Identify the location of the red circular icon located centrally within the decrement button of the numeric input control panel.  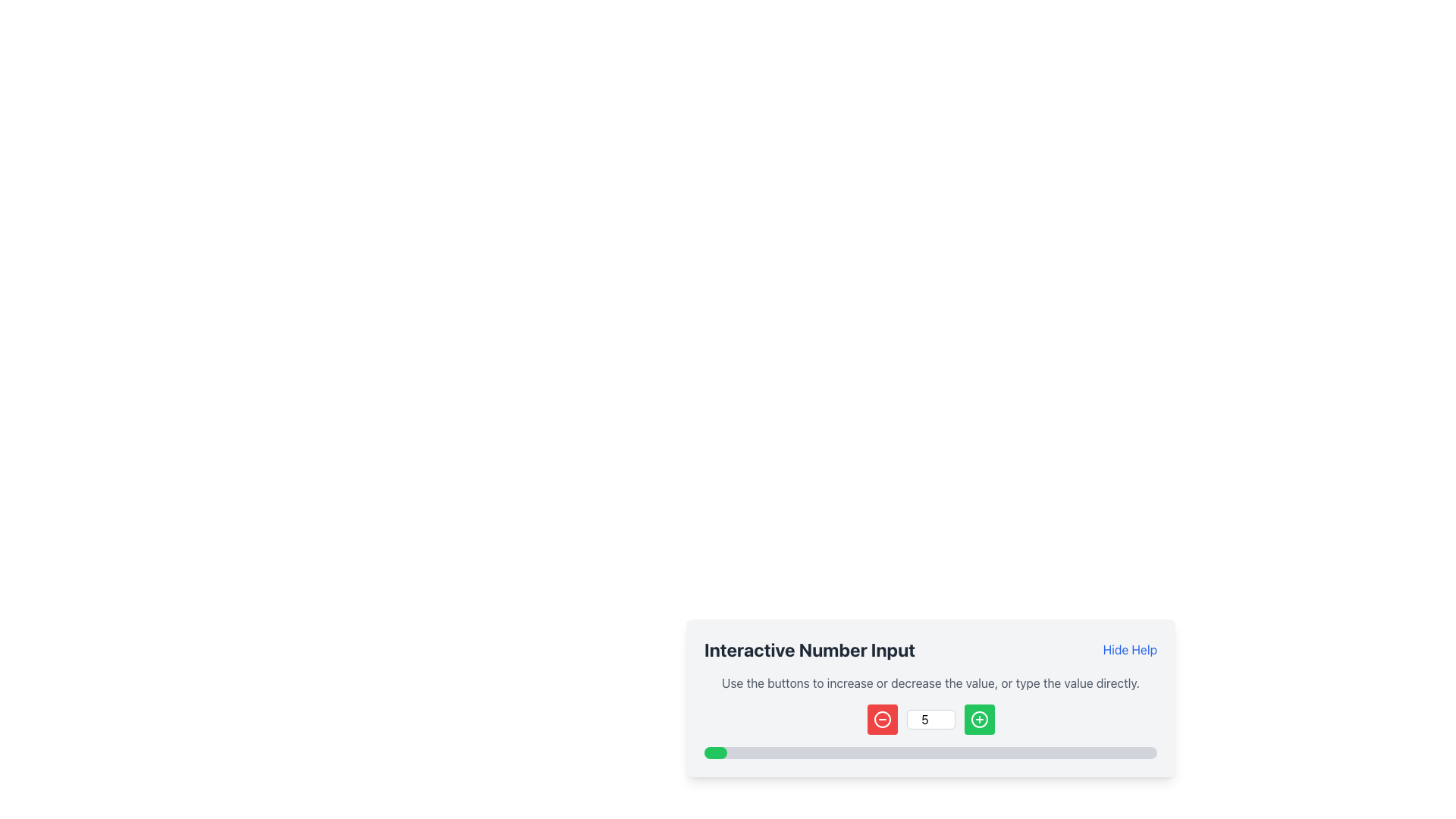
(882, 718).